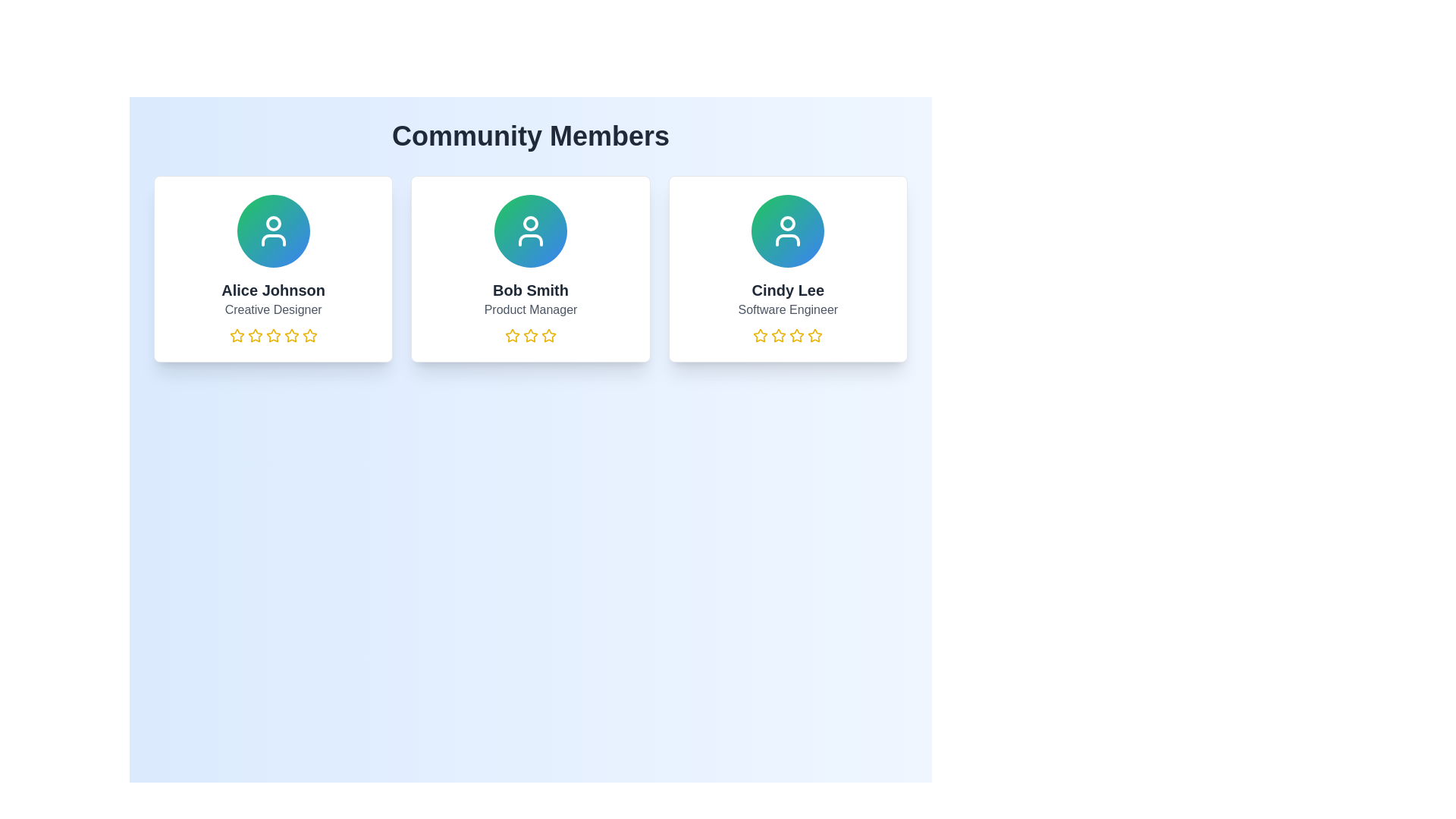 The height and width of the screenshot is (819, 1456). Describe the element at coordinates (814, 334) in the screenshot. I see `the third rating star icon in the Community Members section for 'Cindy Lee - Software Engineer' to set the corresponding rating` at that location.